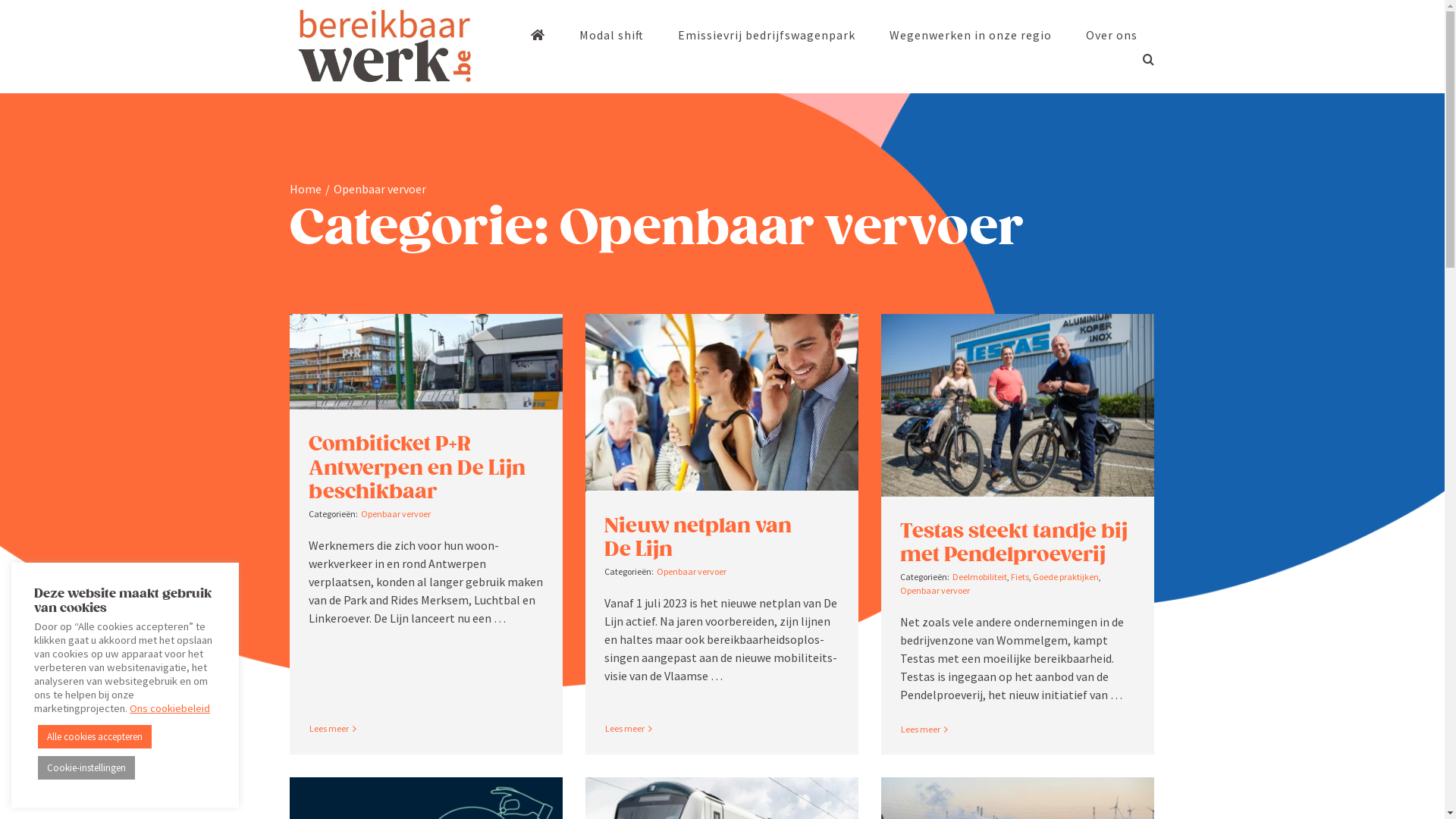  What do you see at coordinates (919, 728) in the screenshot?
I see `'Read More'` at bounding box center [919, 728].